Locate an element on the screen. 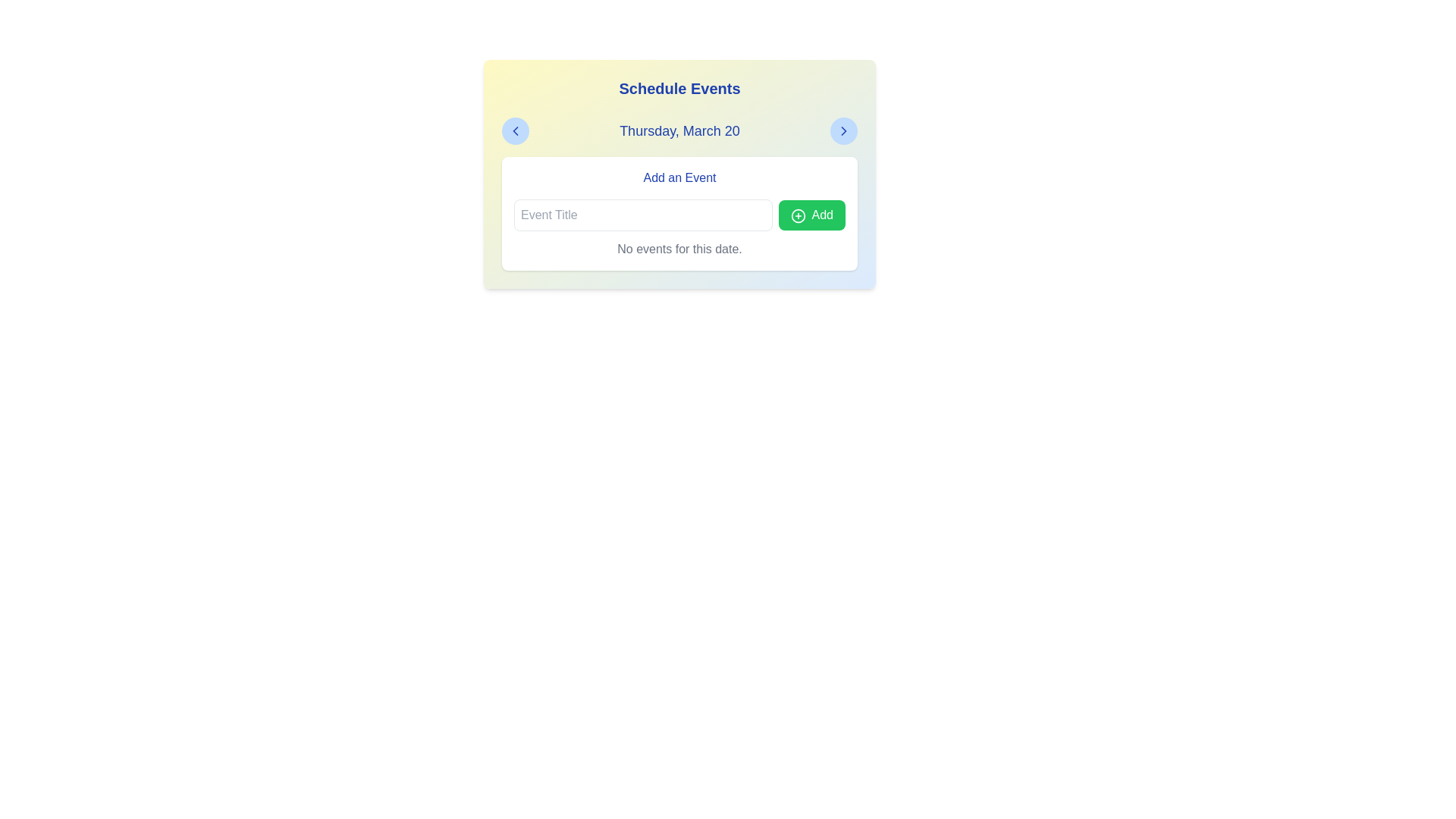 This screenshot has height=819, width=1456. the circular icon with a plus symbol (+) located within the green 'Add' button is located at coordinates (797, 215).